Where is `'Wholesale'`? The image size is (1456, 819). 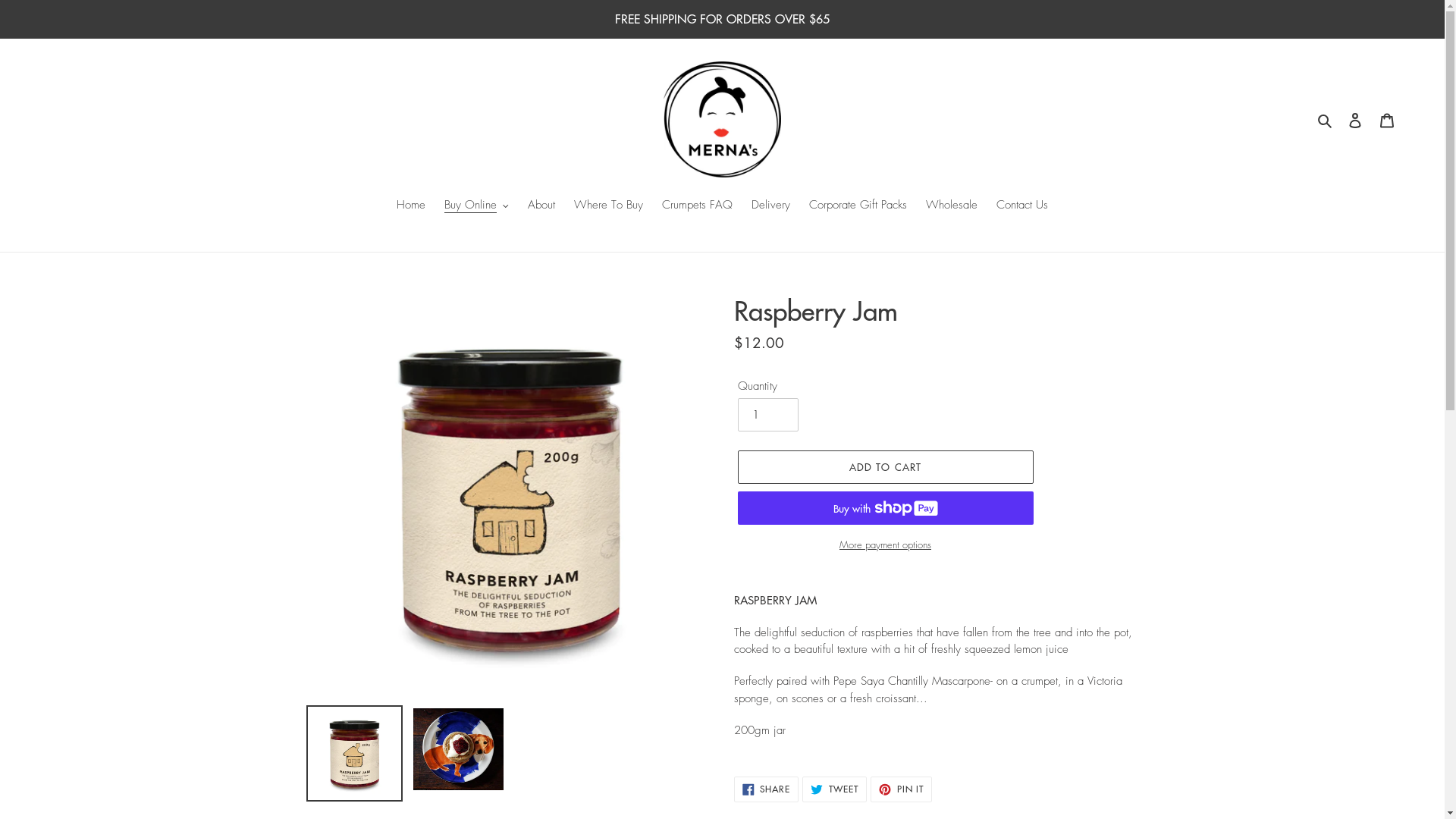 'Wholesale' is located at coordinates (950, 206).